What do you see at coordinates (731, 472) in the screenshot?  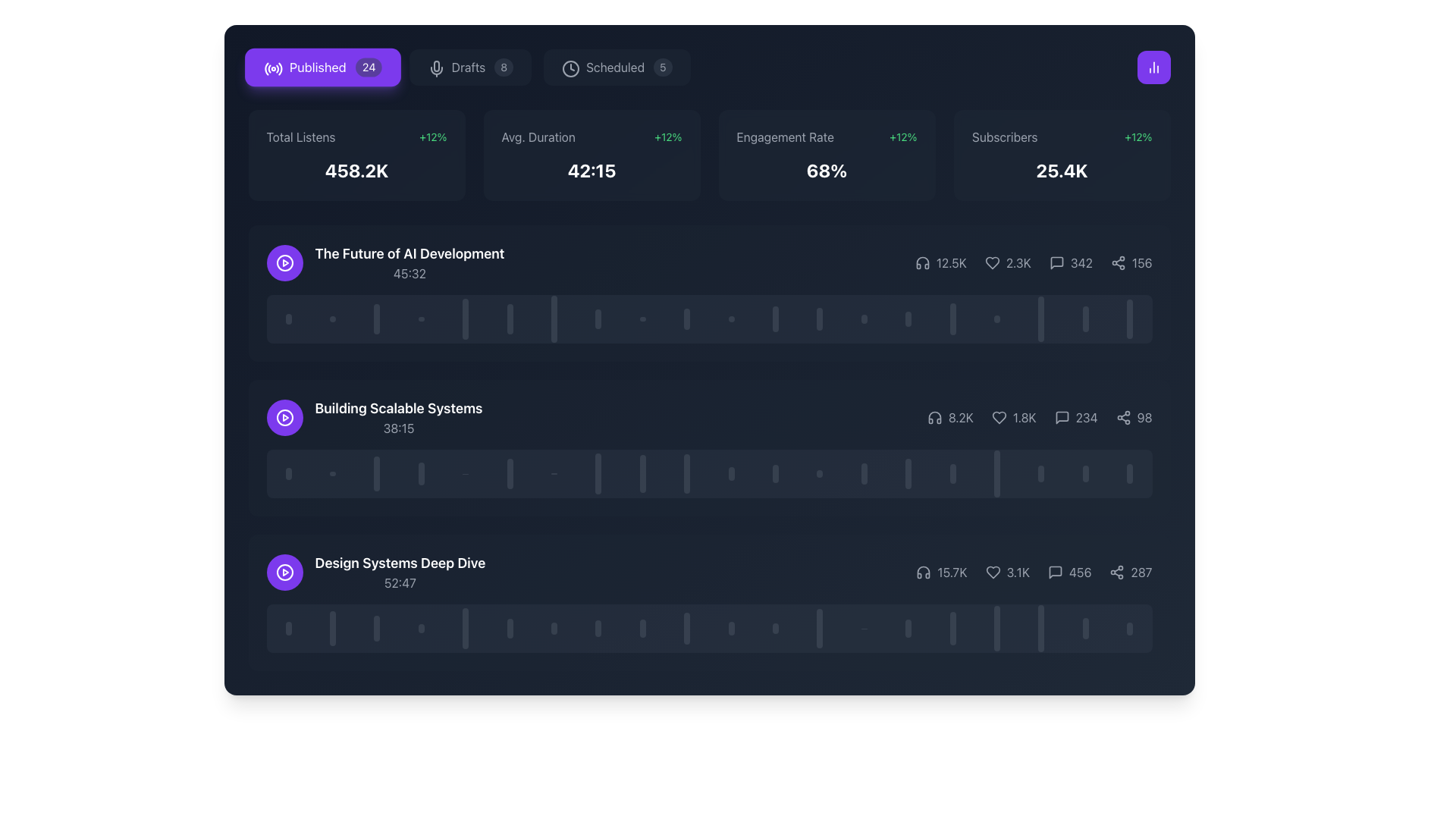 I see `the progress indicator positioned as the eleventh capsule in the second row under the 'Building Scalable Systems' section` at bounding box center [731, 472].